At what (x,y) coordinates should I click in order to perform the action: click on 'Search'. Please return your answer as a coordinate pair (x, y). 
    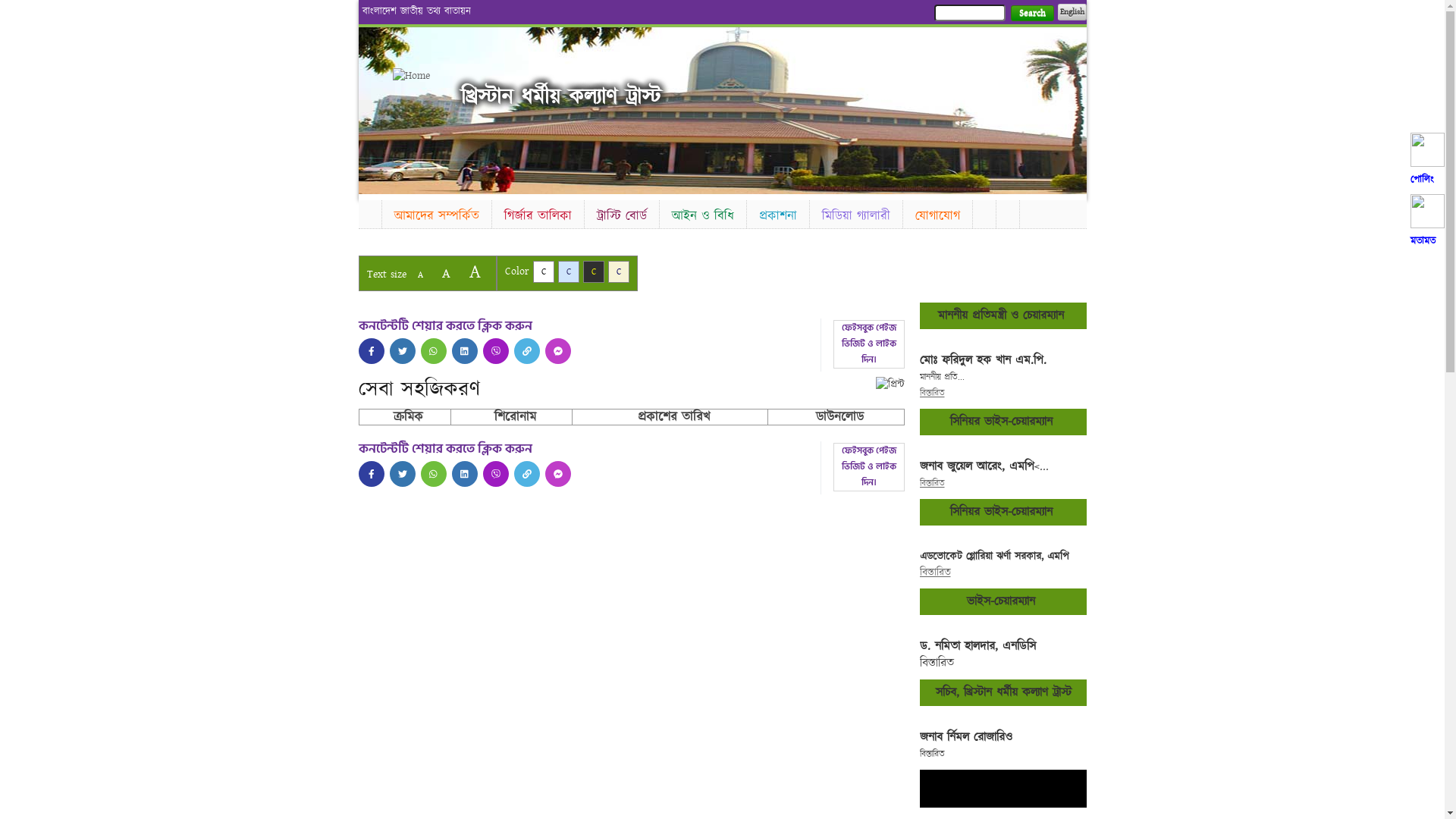
    Looking at the image, I should click on (1031, 13).